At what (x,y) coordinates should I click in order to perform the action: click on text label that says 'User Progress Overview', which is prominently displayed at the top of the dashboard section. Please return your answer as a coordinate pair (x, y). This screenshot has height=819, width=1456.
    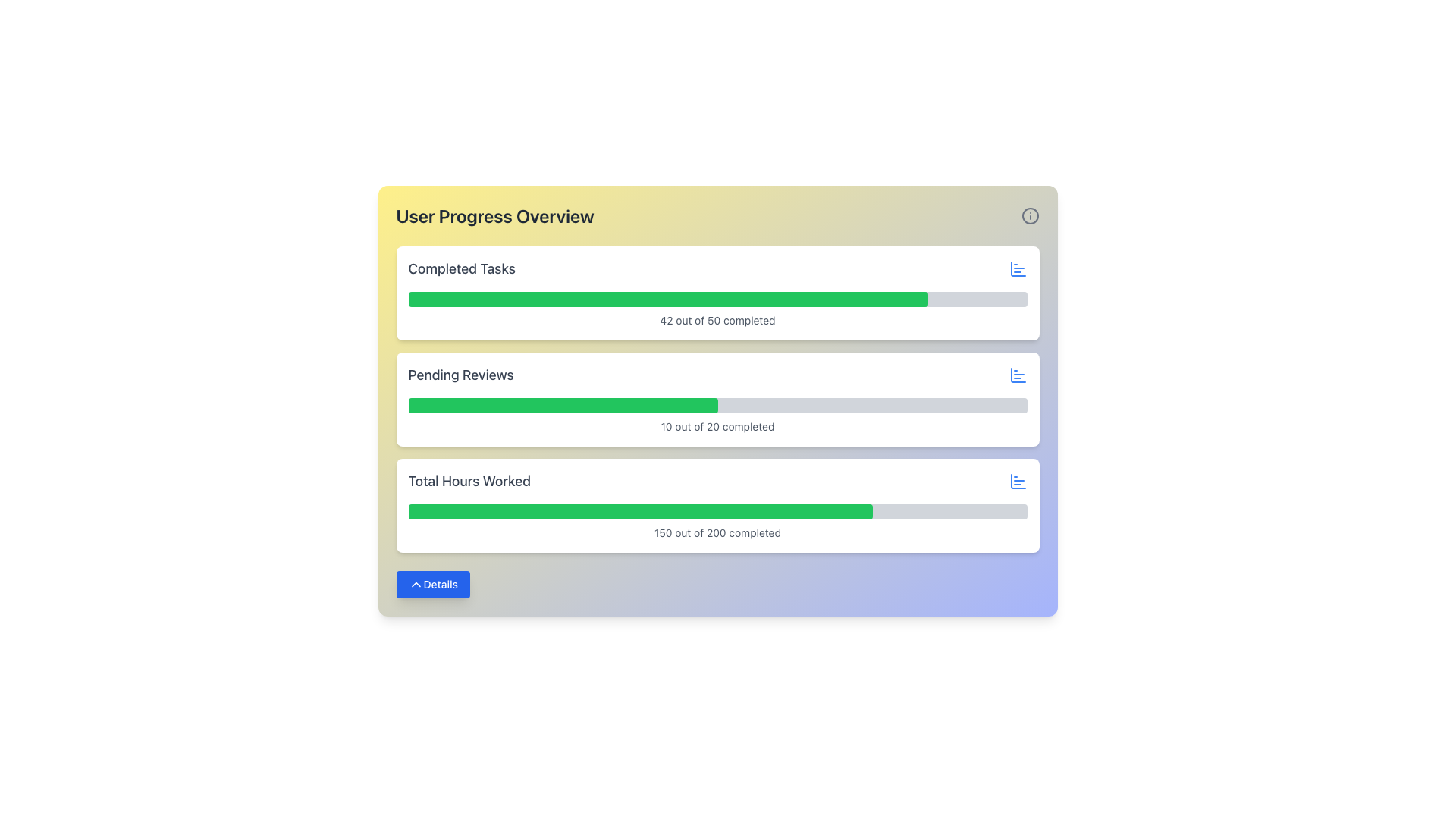
    Looking at the image, I should click on (495, 216).